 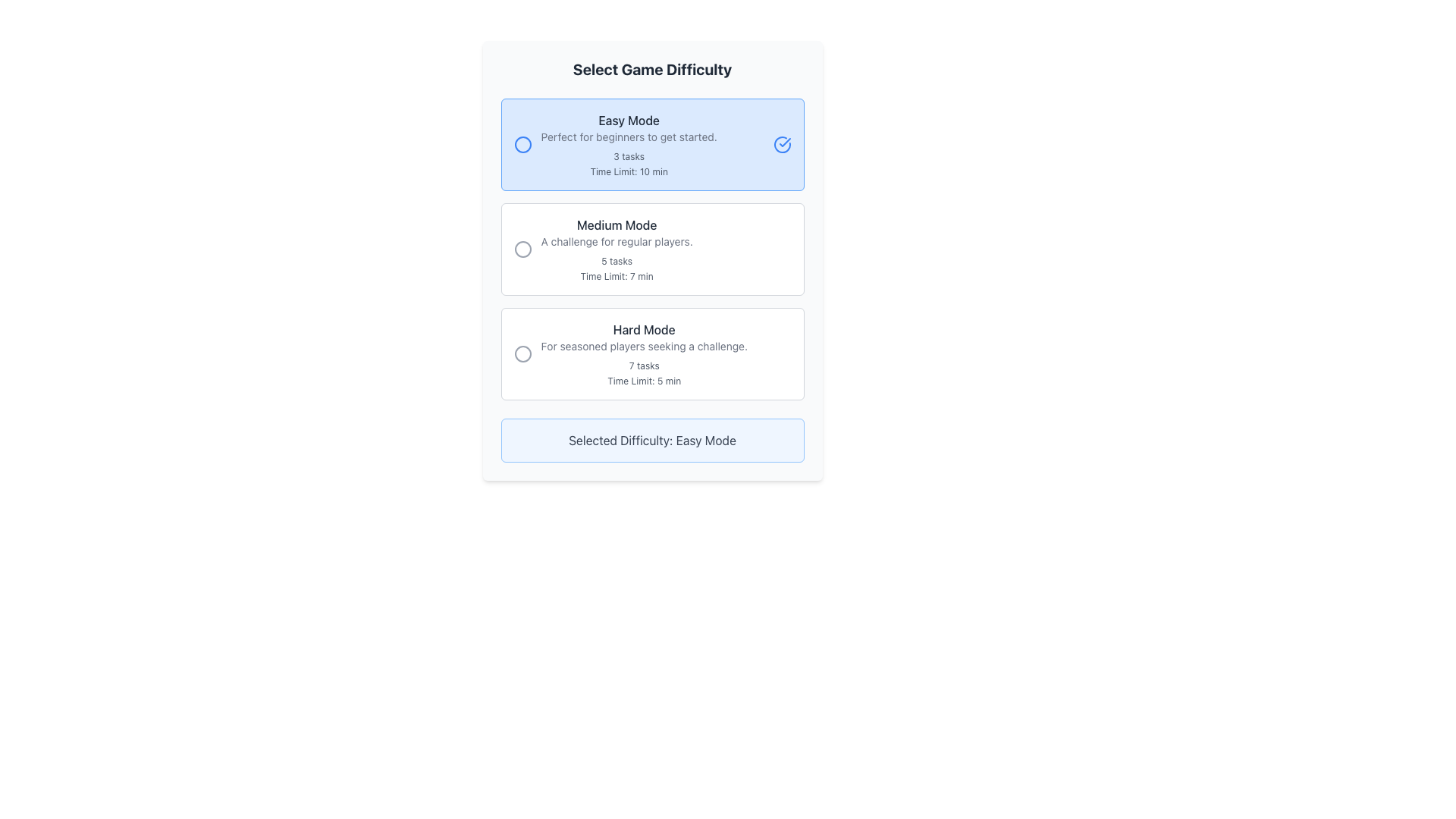 What do you see at coordinates (785, 143) in the screenshot?
I see `the selected state of the 'Easy Mode' option by clicking the indicator icon located at the far-right side of its blue background` at bounding box center [785, 143].